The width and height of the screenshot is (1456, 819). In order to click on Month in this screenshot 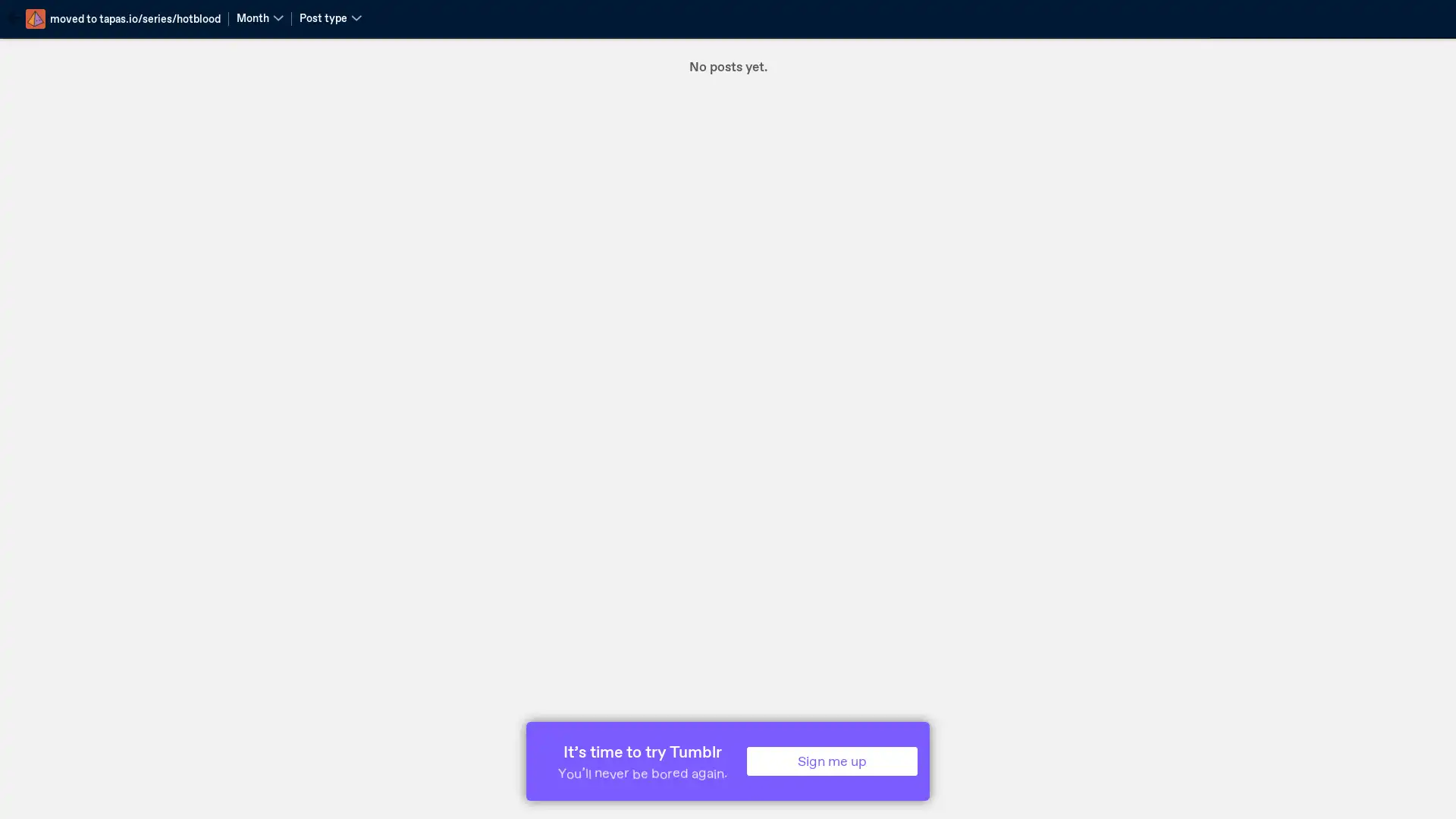, I will do `click(259, 17)`.